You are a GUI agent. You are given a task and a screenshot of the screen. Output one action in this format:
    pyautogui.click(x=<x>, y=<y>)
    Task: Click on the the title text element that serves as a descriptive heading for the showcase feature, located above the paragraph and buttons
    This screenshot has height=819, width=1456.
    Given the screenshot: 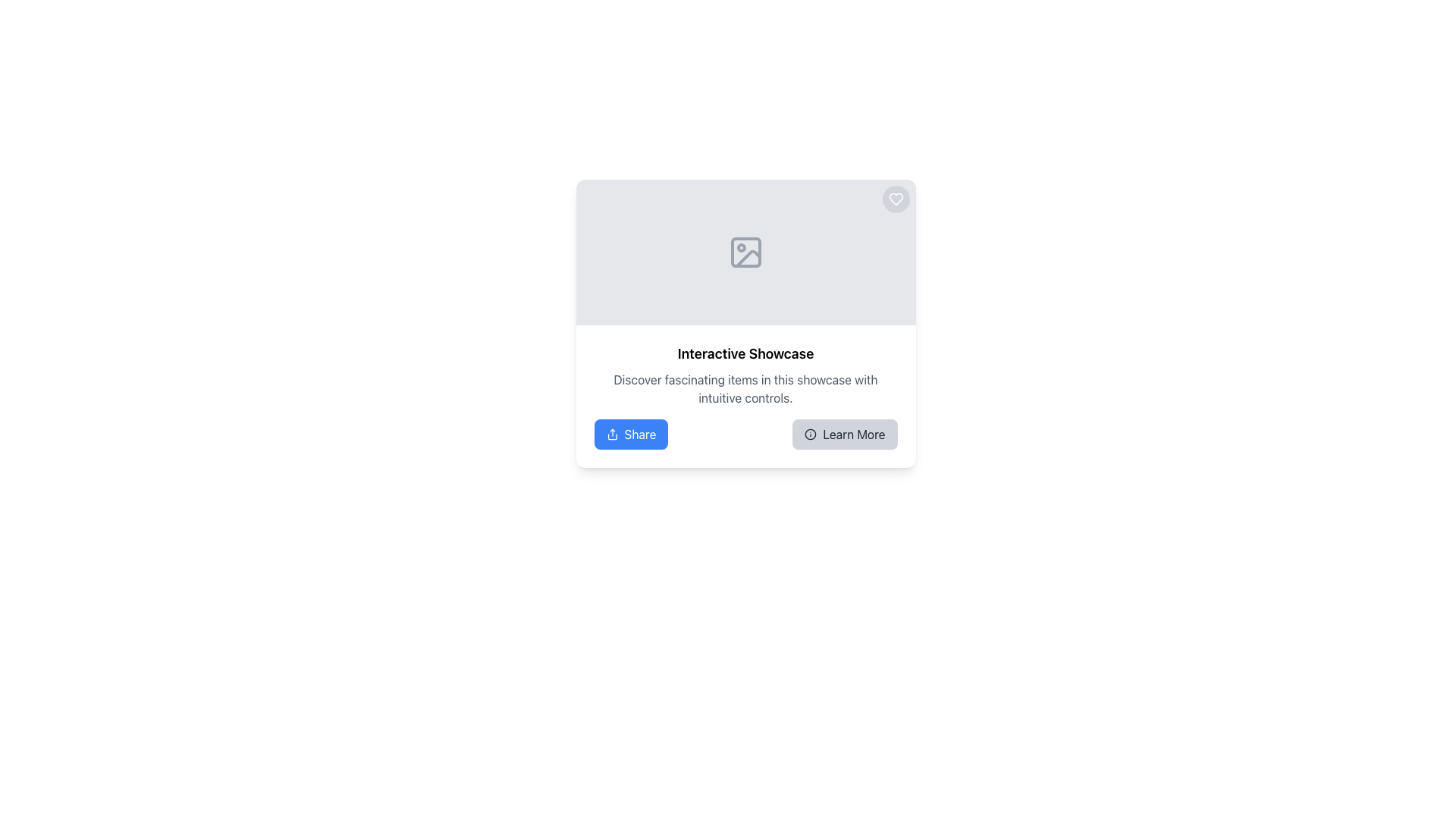 What is the action you would take?
    pyautogui.click(x=745, y=353)
    